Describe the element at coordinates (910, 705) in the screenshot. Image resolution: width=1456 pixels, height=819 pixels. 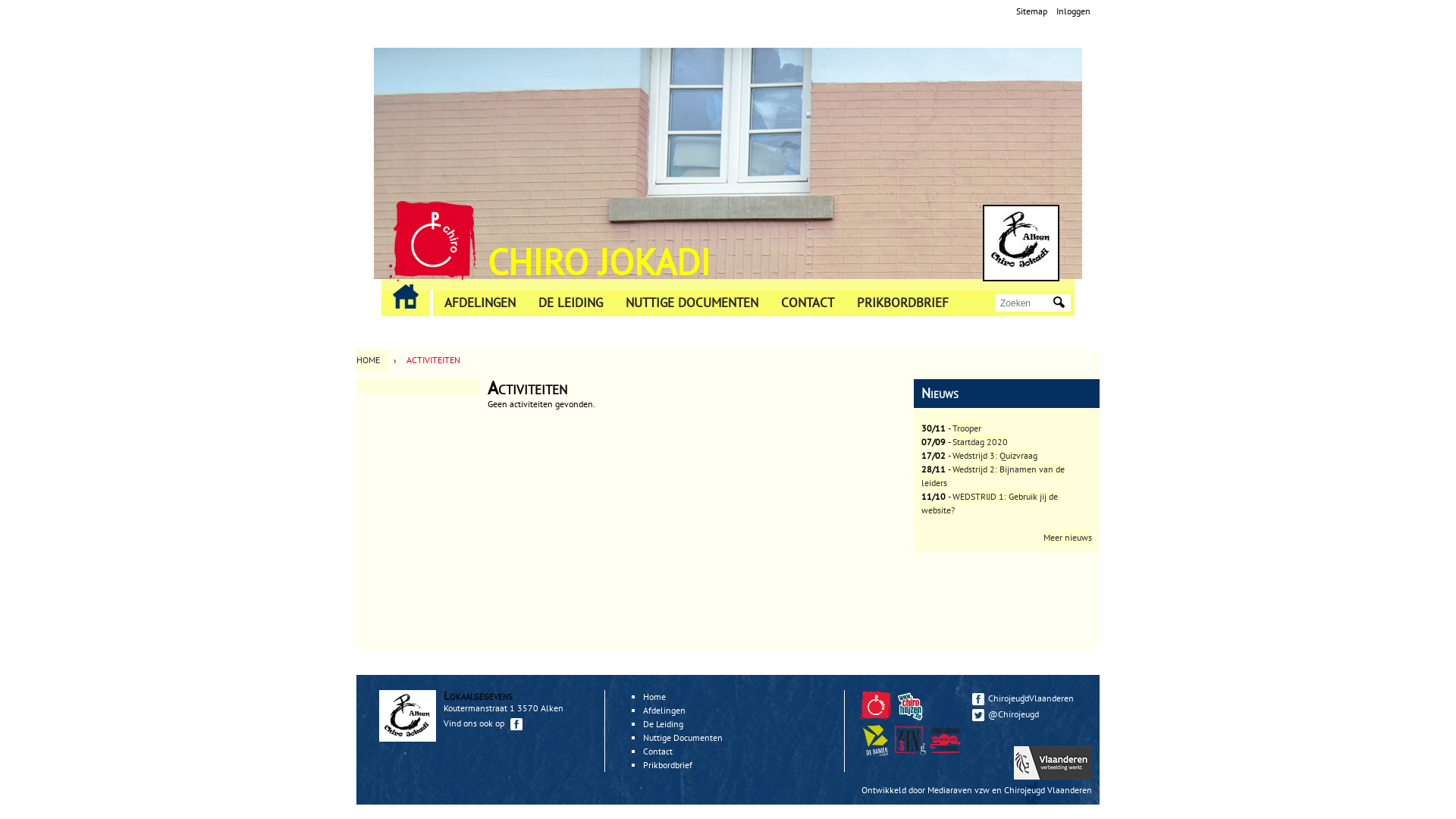
I see `'Chirohuizen'` at that location.